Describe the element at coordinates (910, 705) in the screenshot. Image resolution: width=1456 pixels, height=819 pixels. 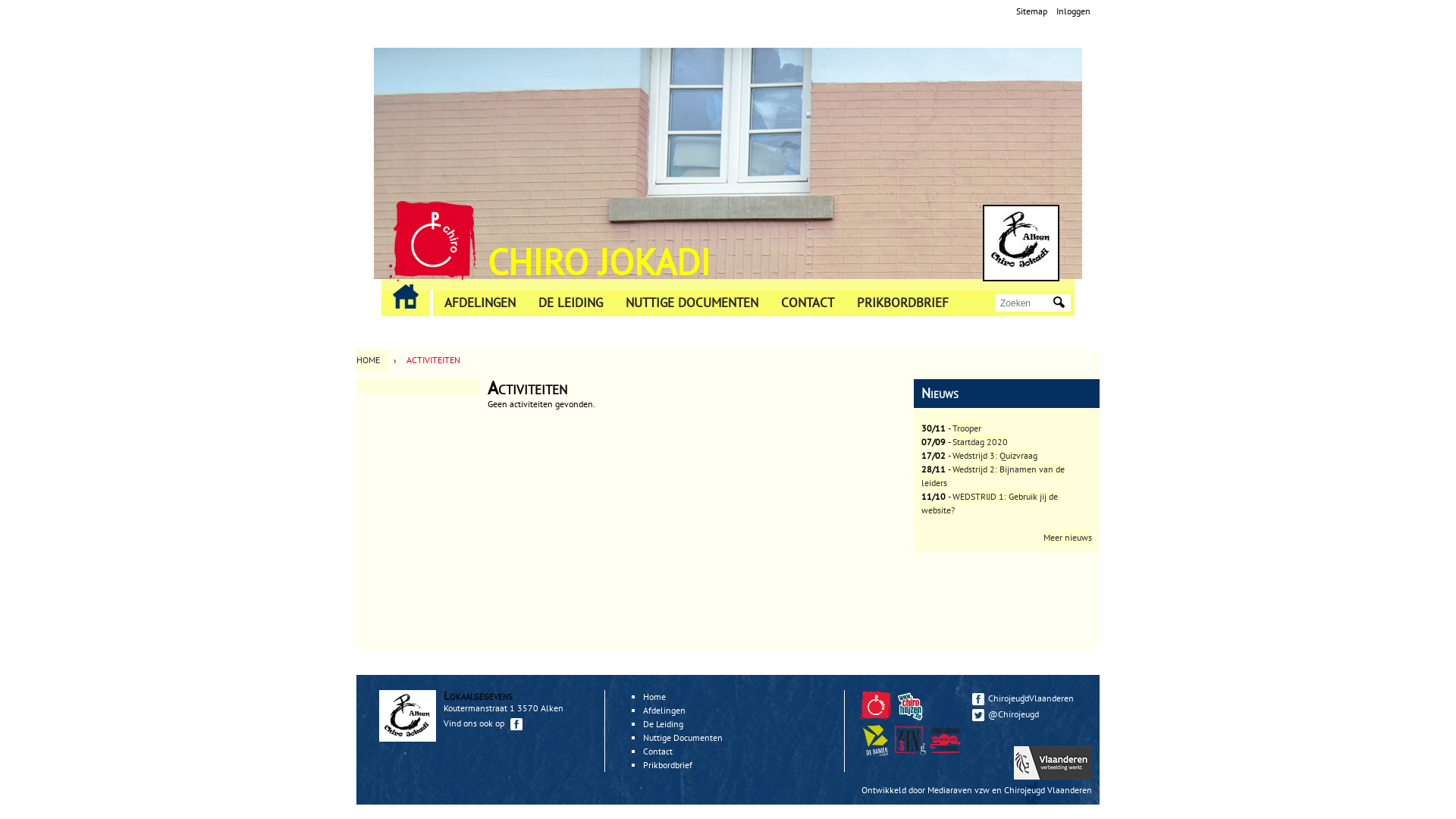
I see `'Chirohuizen'` at that location.